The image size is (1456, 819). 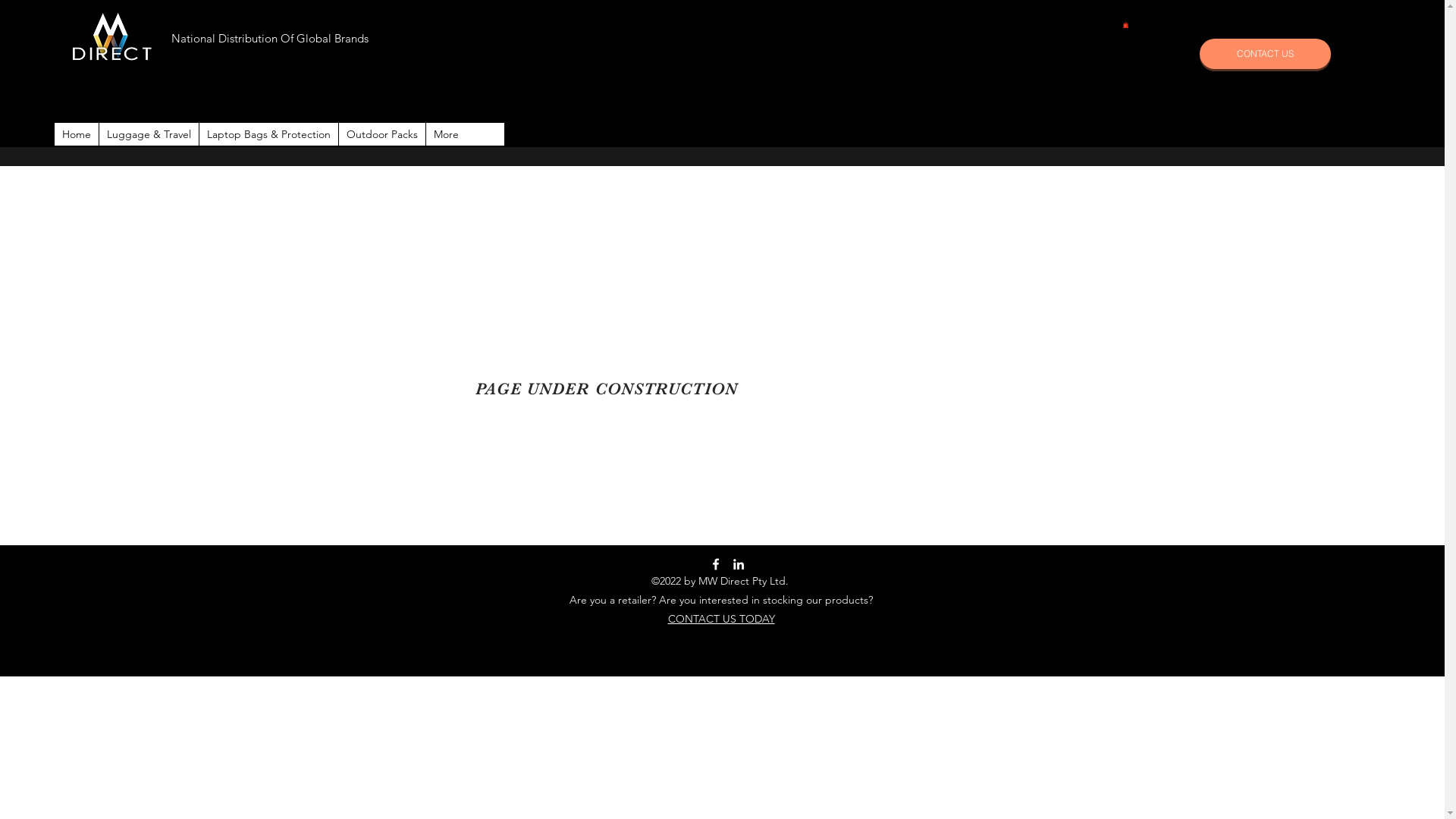 I want to click on 'Outdoor Packs', so click(x=381, y=133).